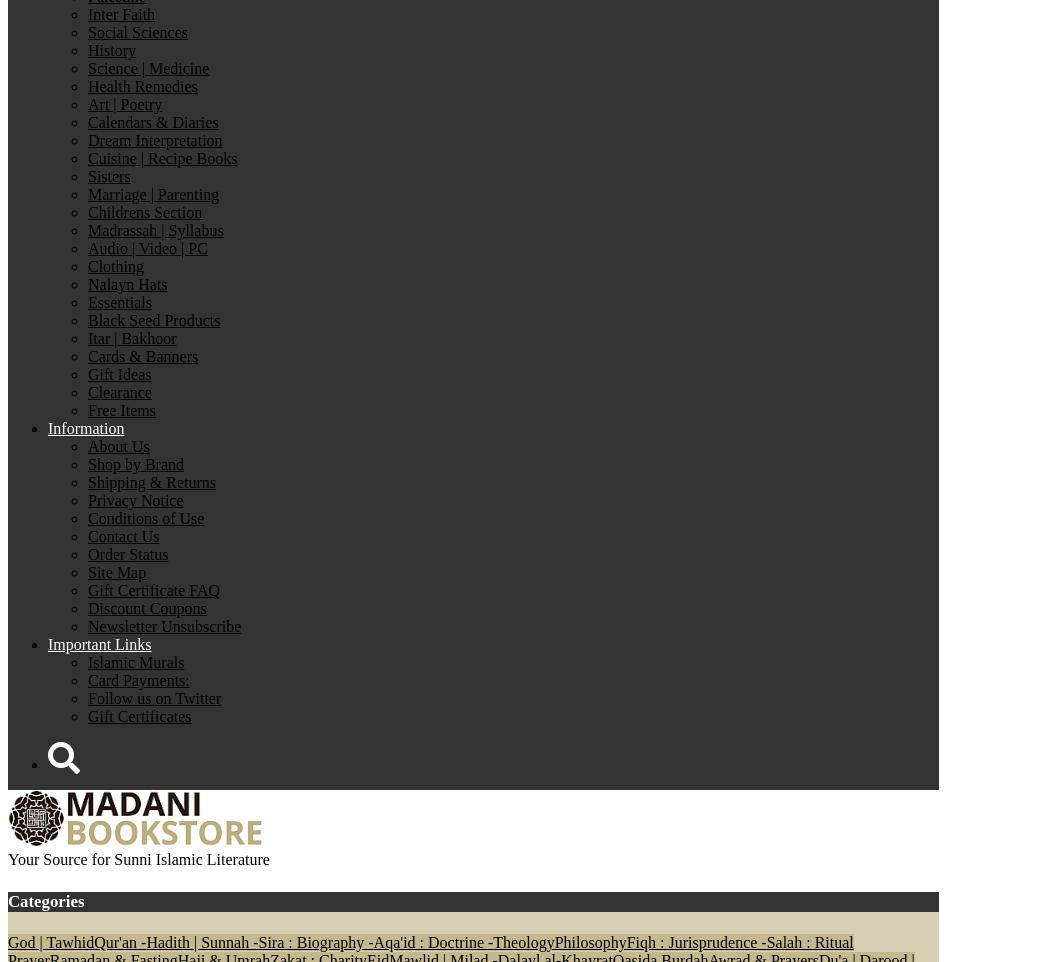 This screenshot has height=962, width=1050. Describe the element at coordinates (87, 499) in the screenshot. I see `'Privacy Notice'` at that location.